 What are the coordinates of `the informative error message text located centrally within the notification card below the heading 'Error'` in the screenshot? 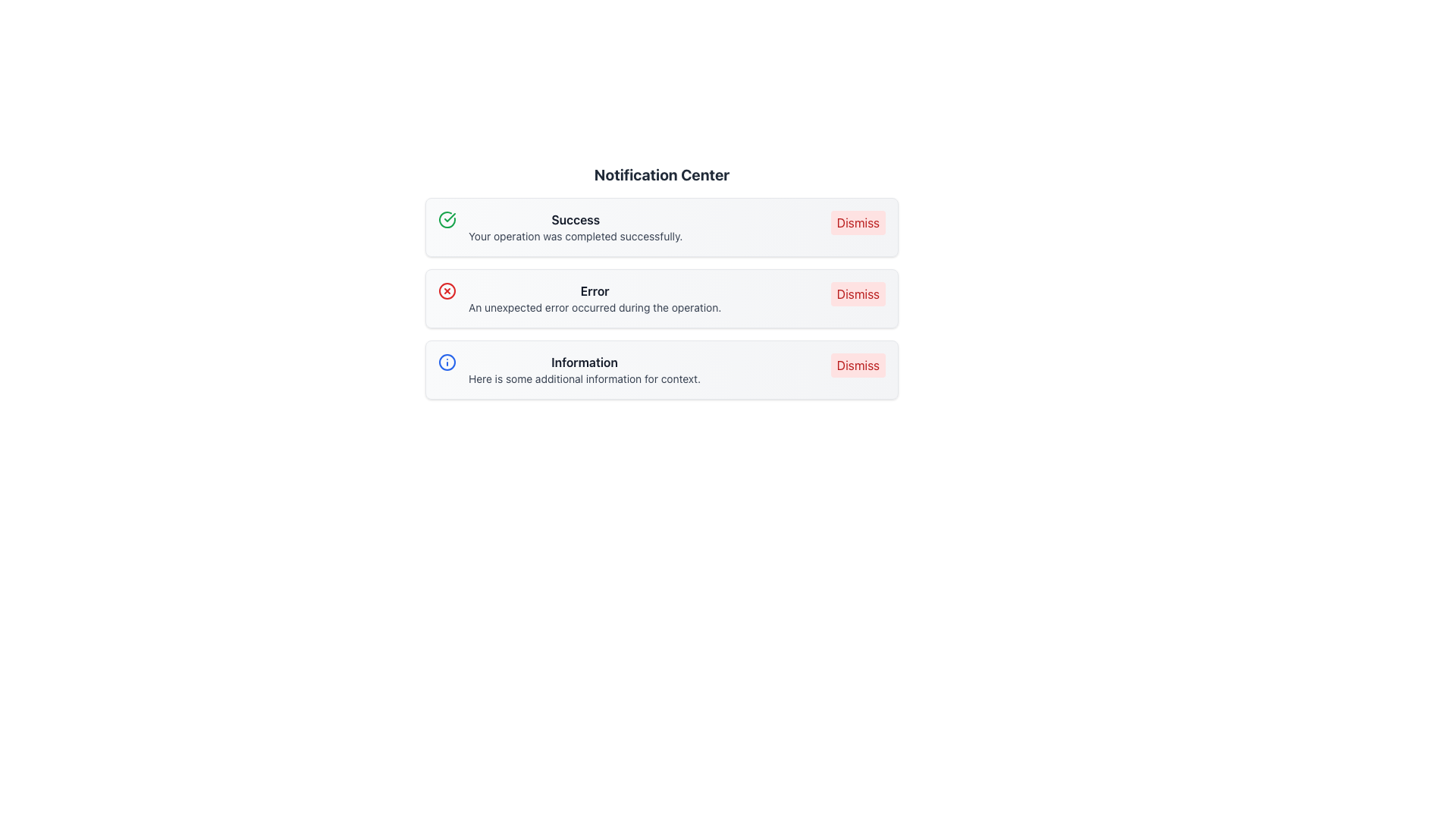 It's located at (594, 307).